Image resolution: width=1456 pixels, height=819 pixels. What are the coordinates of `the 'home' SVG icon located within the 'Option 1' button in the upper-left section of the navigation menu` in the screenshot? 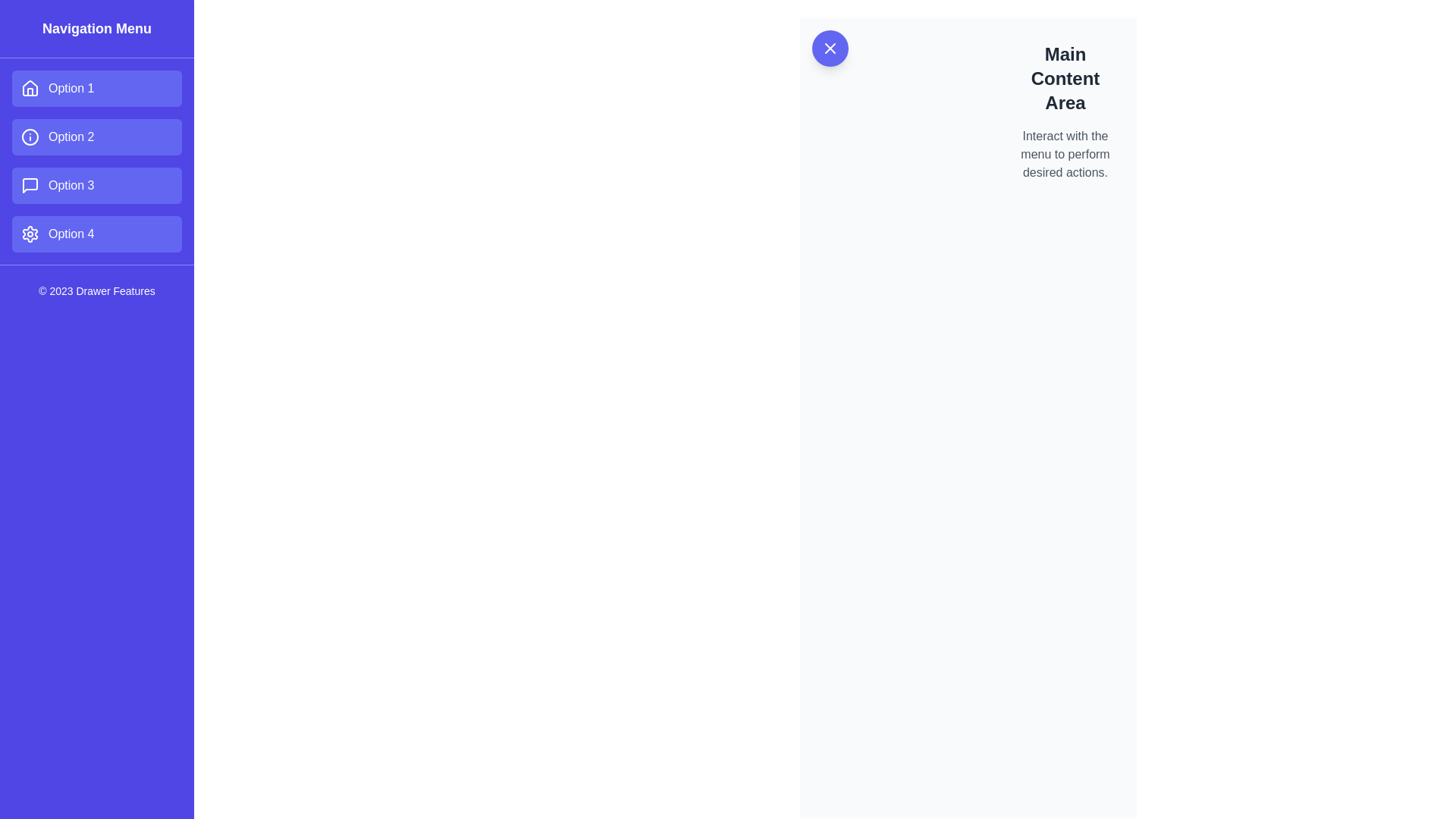 It's located at (30, 88).